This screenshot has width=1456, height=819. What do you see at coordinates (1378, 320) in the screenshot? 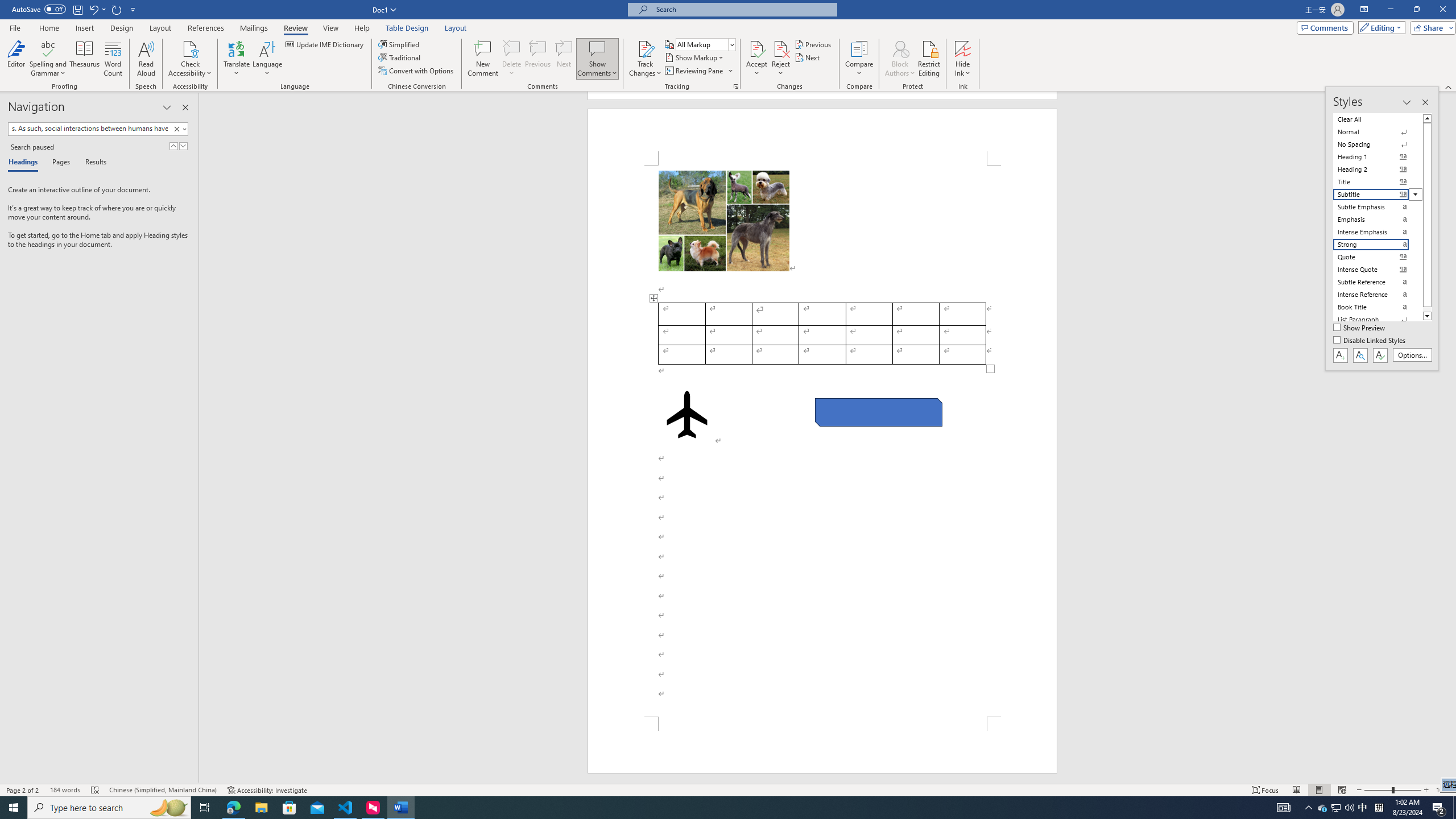
I see `'List Paragraph'` at bounding box center [1378, 320].